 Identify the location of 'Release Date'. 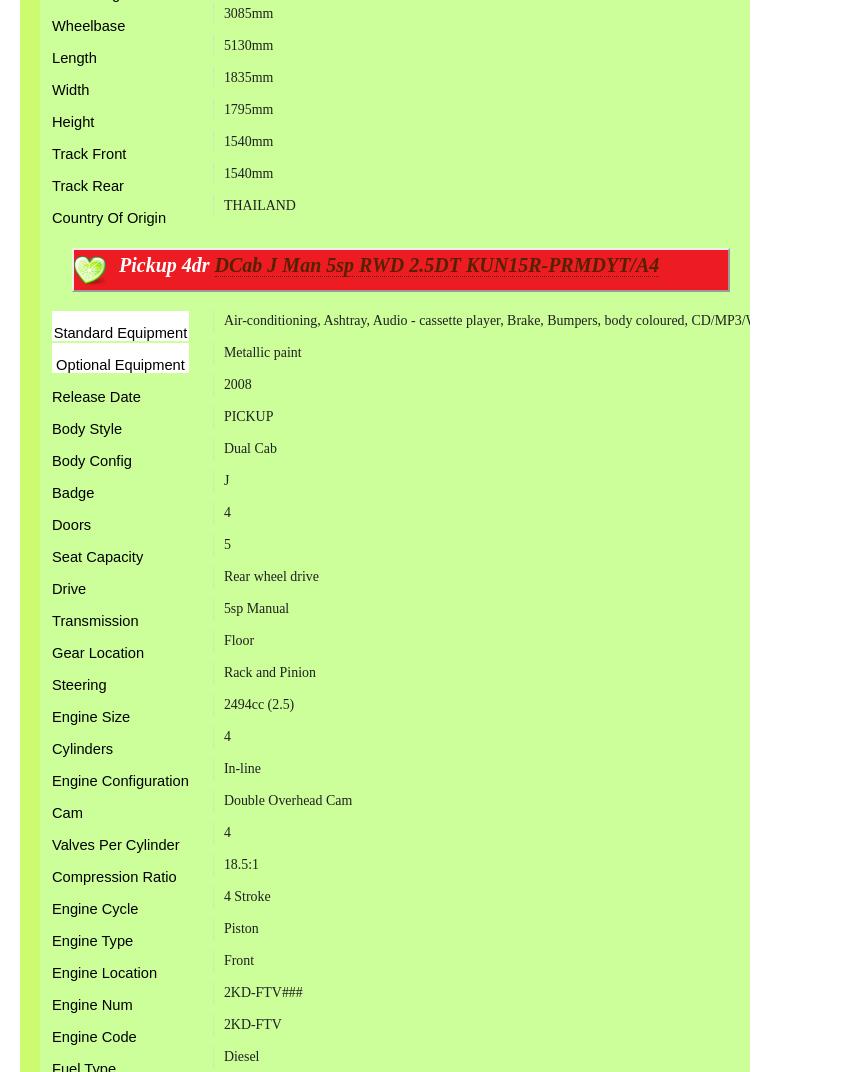
(95, 396).